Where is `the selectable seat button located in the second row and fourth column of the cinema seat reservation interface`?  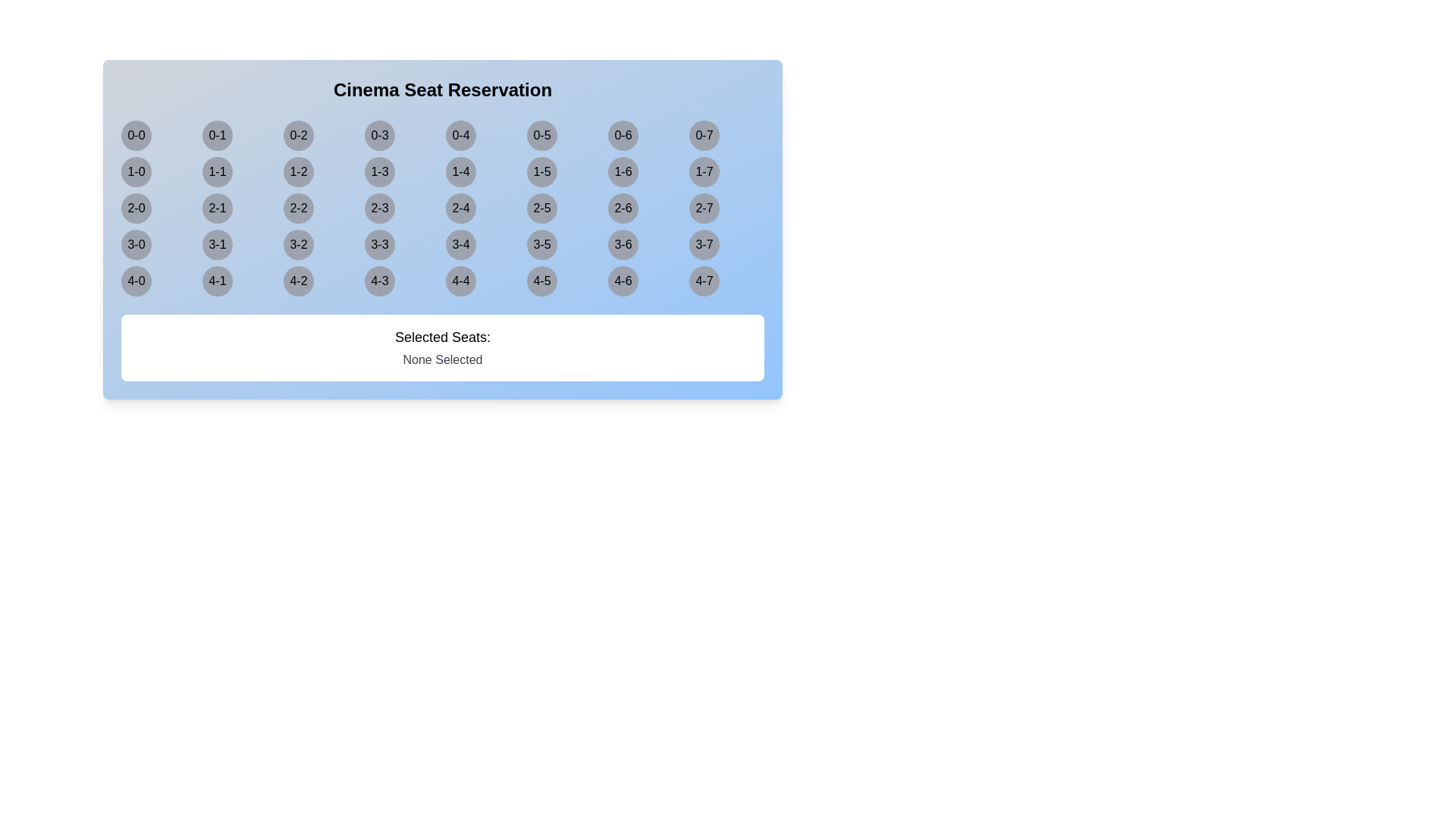 the selectable seat button located in the second row and fourth column of the cinema seat reservation interface is located at coordinates (379, 171).